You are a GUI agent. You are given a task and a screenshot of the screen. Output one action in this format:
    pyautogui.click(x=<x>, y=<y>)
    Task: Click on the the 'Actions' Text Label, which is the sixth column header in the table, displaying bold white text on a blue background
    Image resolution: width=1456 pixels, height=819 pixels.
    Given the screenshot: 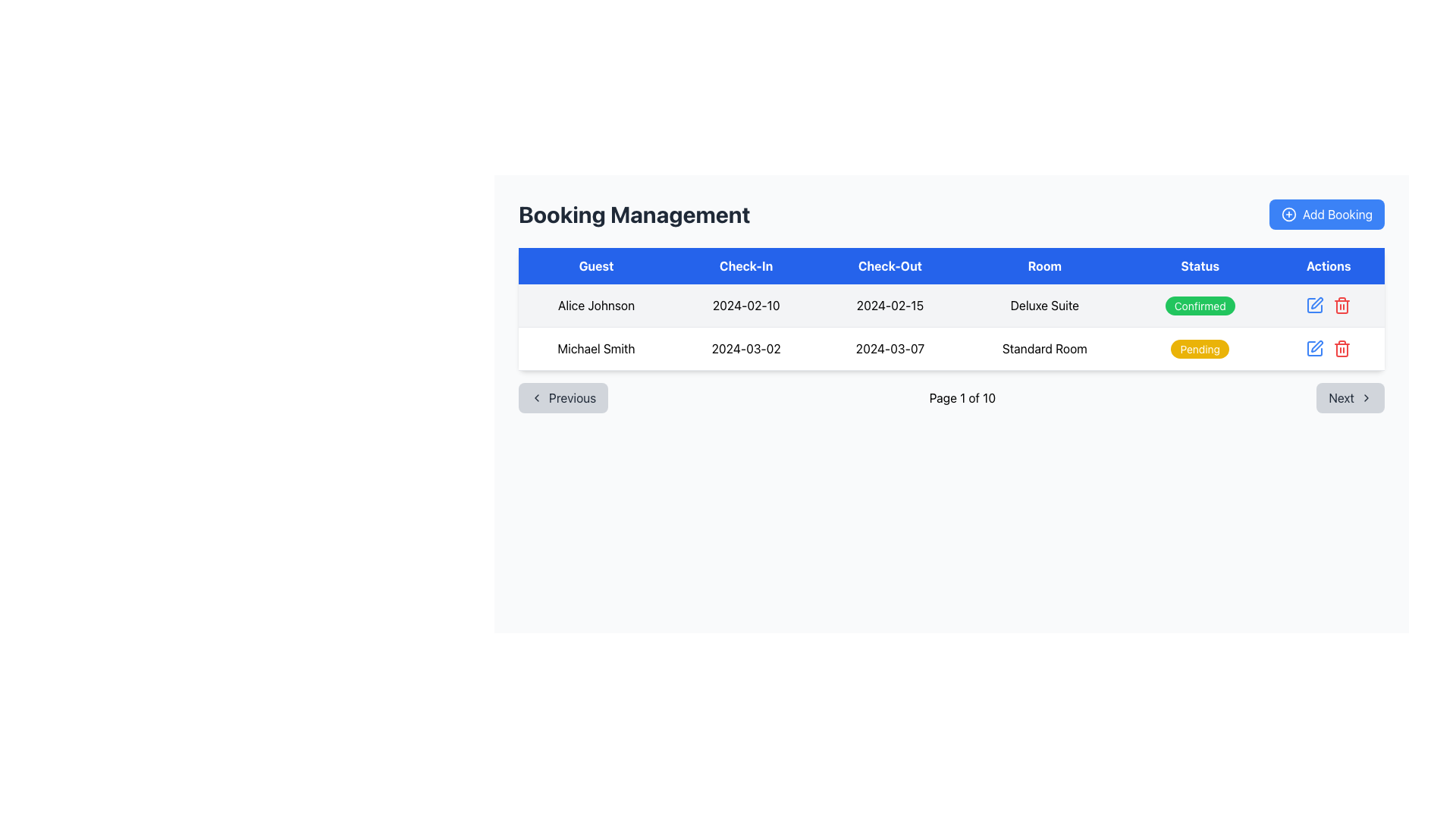 What is the action you would take?
    pyautogui.click(x=1328, y=265)
    